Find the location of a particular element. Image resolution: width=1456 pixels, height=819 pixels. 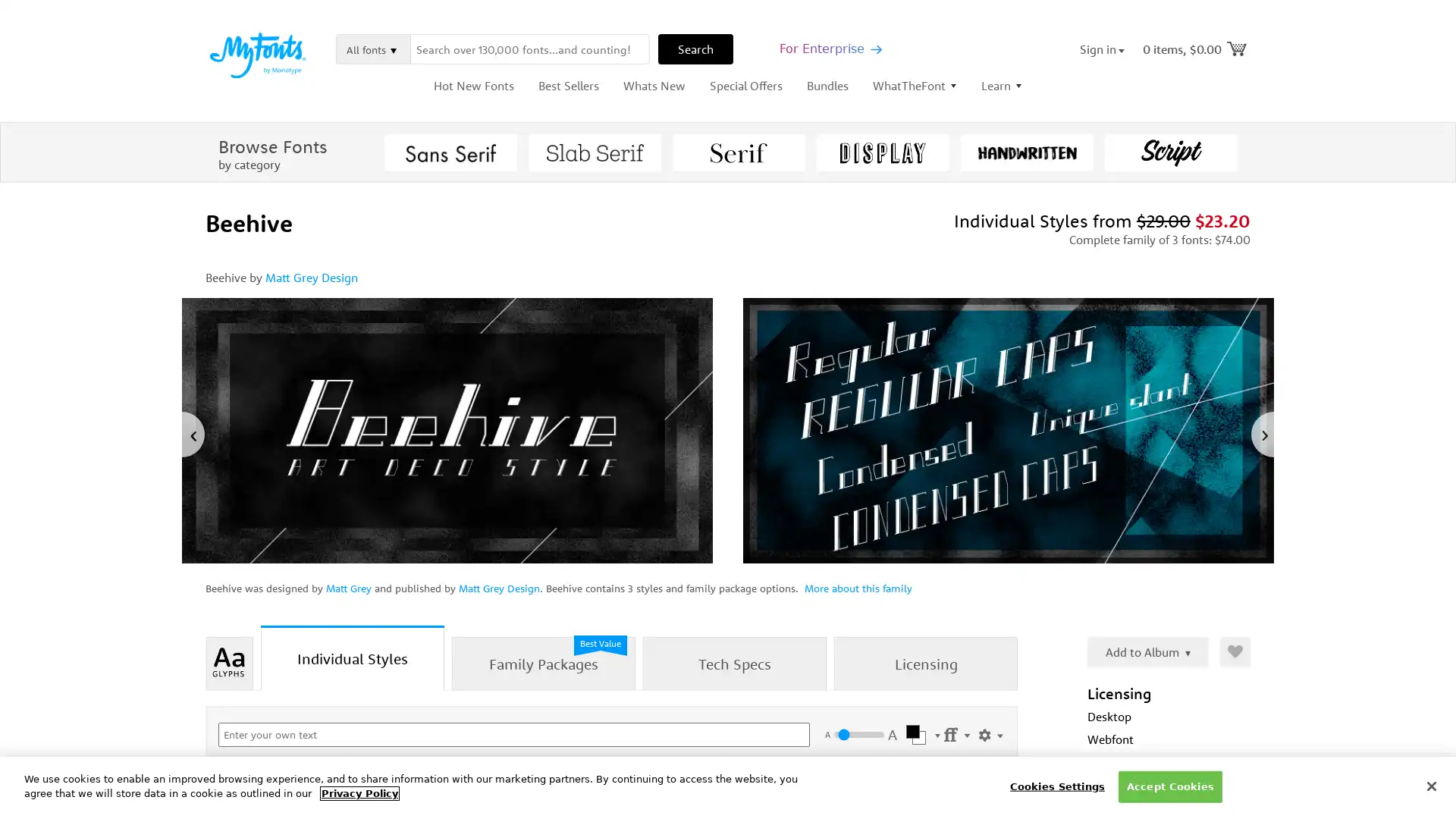

Accept Cookies is located at coordinates (1169, 786).